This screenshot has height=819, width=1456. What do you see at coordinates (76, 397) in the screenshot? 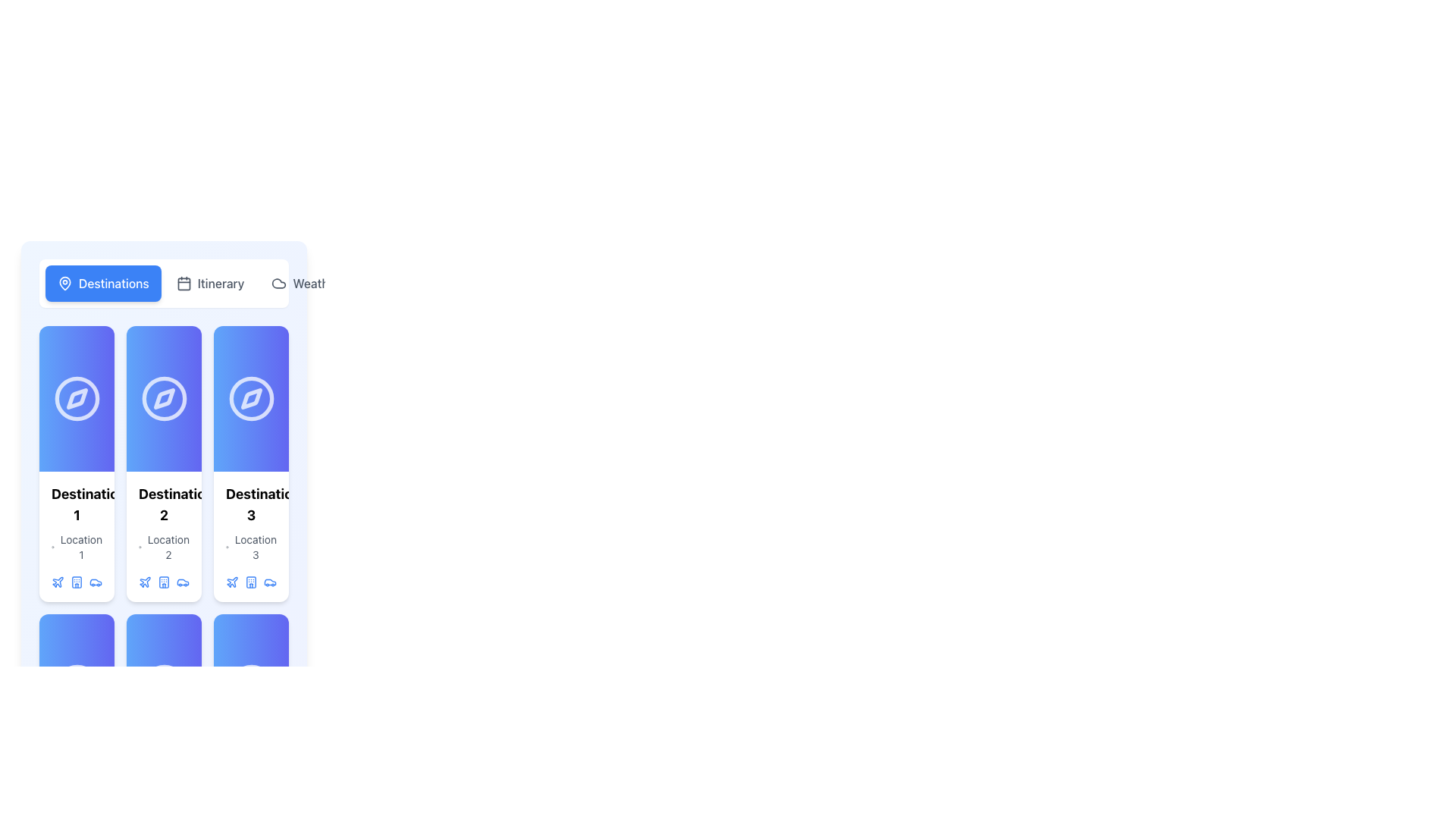
I see `the compass icon located centrally within the first card under the 'Destinations' tab in the top-left corner of the grid` at bounding box center [76, 397].